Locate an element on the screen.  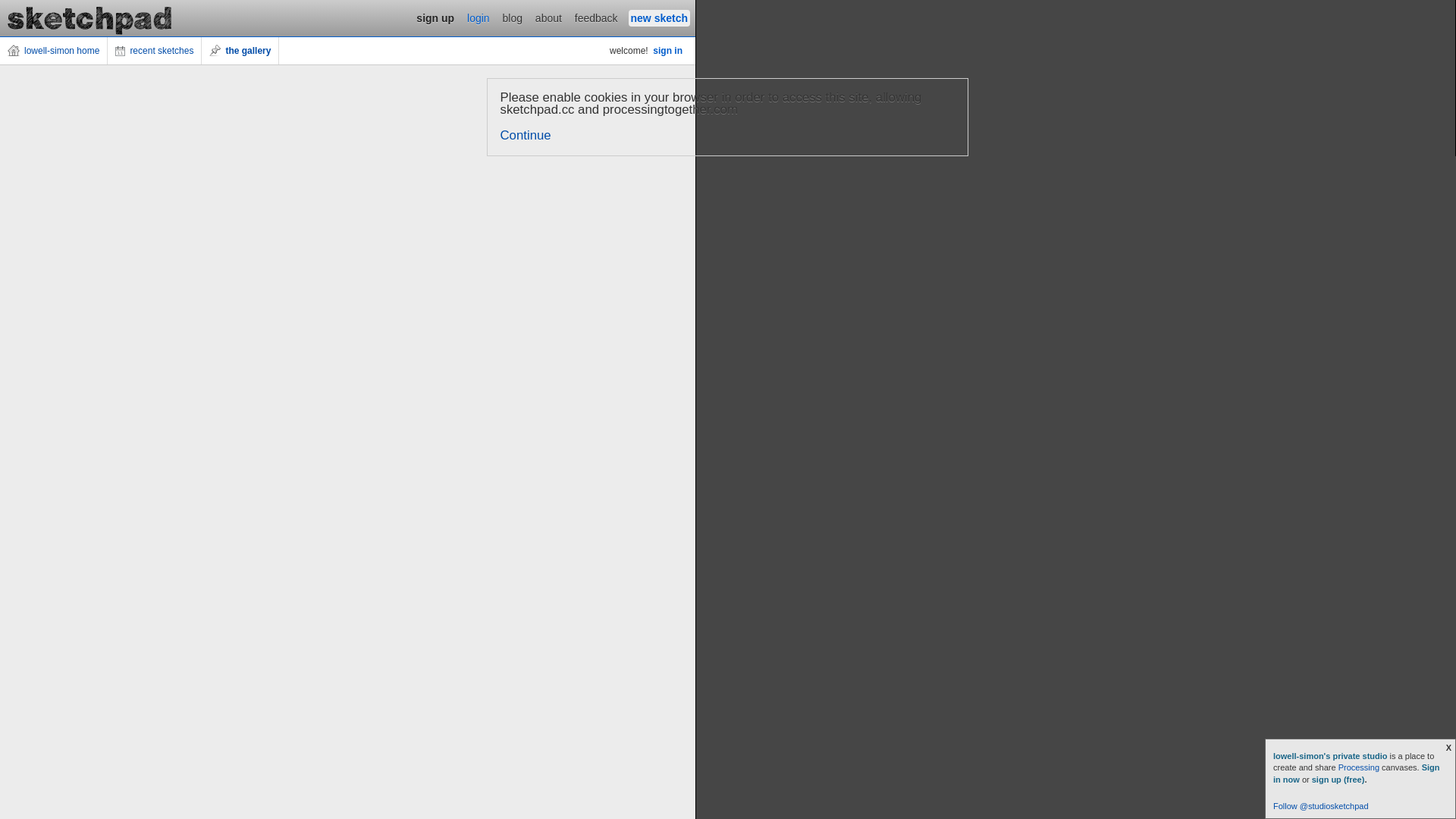
'sign in' is located at coordinates (667, 49).